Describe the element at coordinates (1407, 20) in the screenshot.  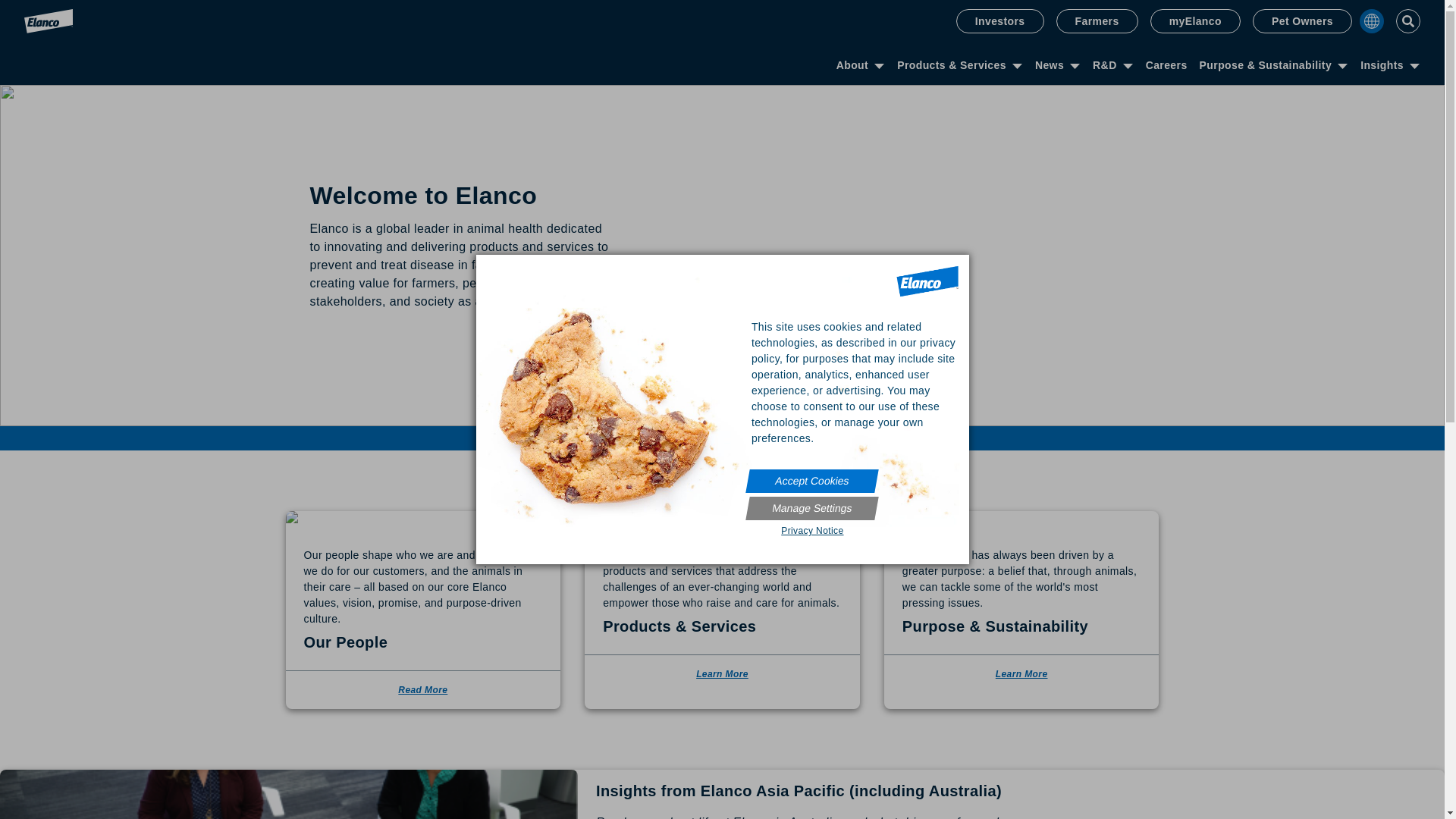
I see `'Toggle Search'` at that location.